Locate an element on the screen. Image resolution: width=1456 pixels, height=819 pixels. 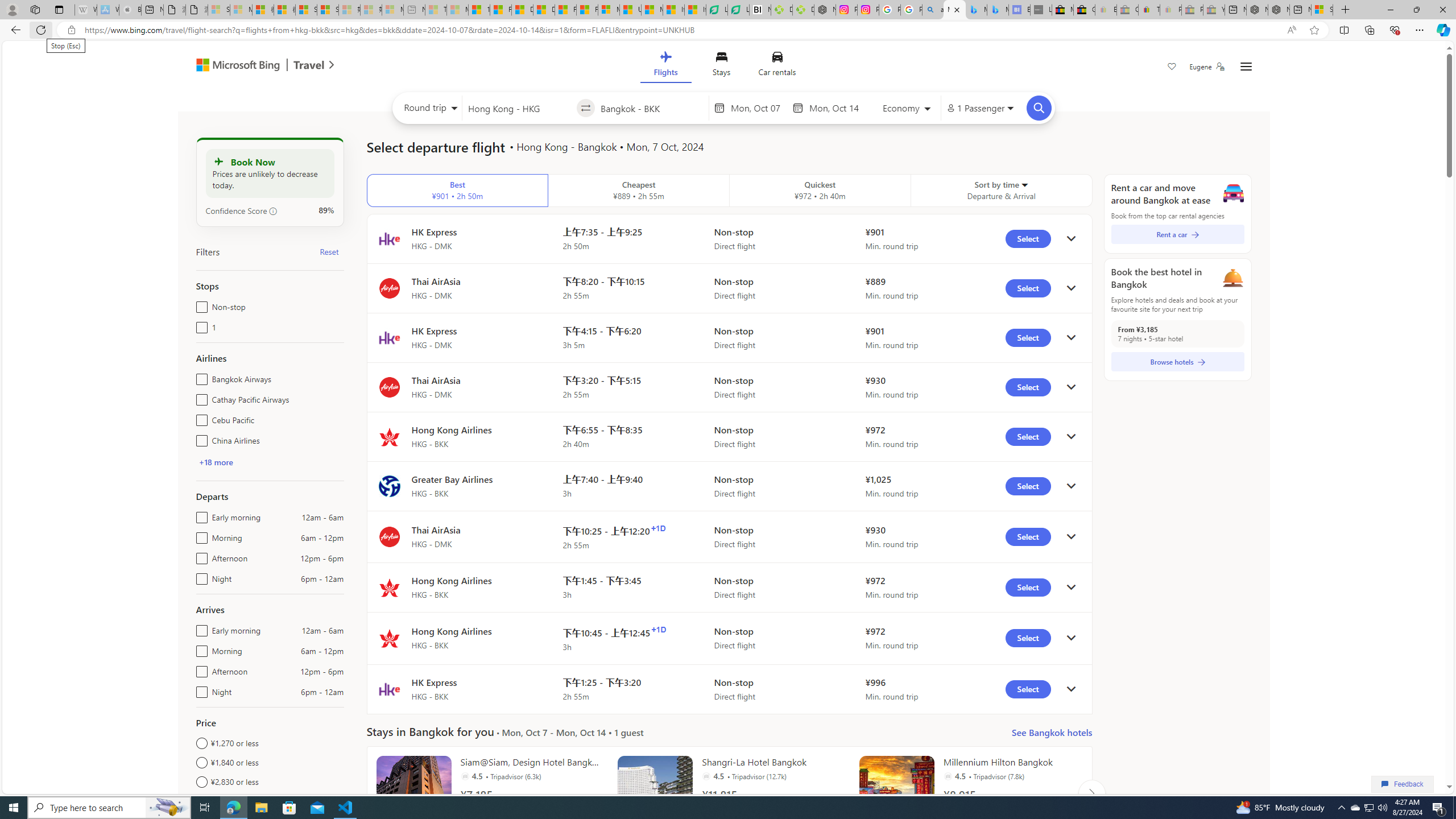
'Yard, Garden & Outdoor Living - Sleeping' is located at coordinates (1214, 9).